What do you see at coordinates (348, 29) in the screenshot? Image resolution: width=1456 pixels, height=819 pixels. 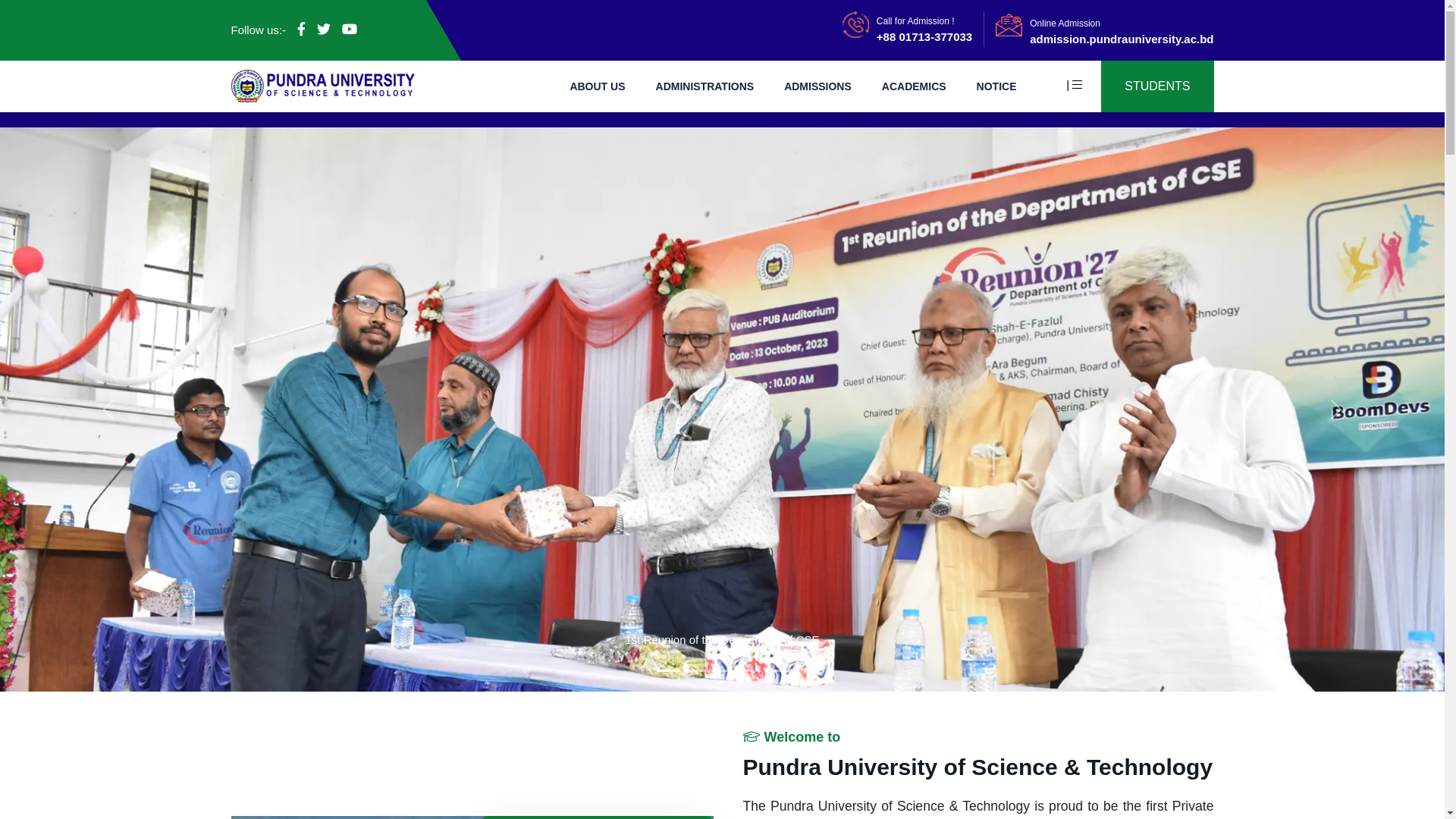 I see `'Youtube'` at bounding box center [348, 29].